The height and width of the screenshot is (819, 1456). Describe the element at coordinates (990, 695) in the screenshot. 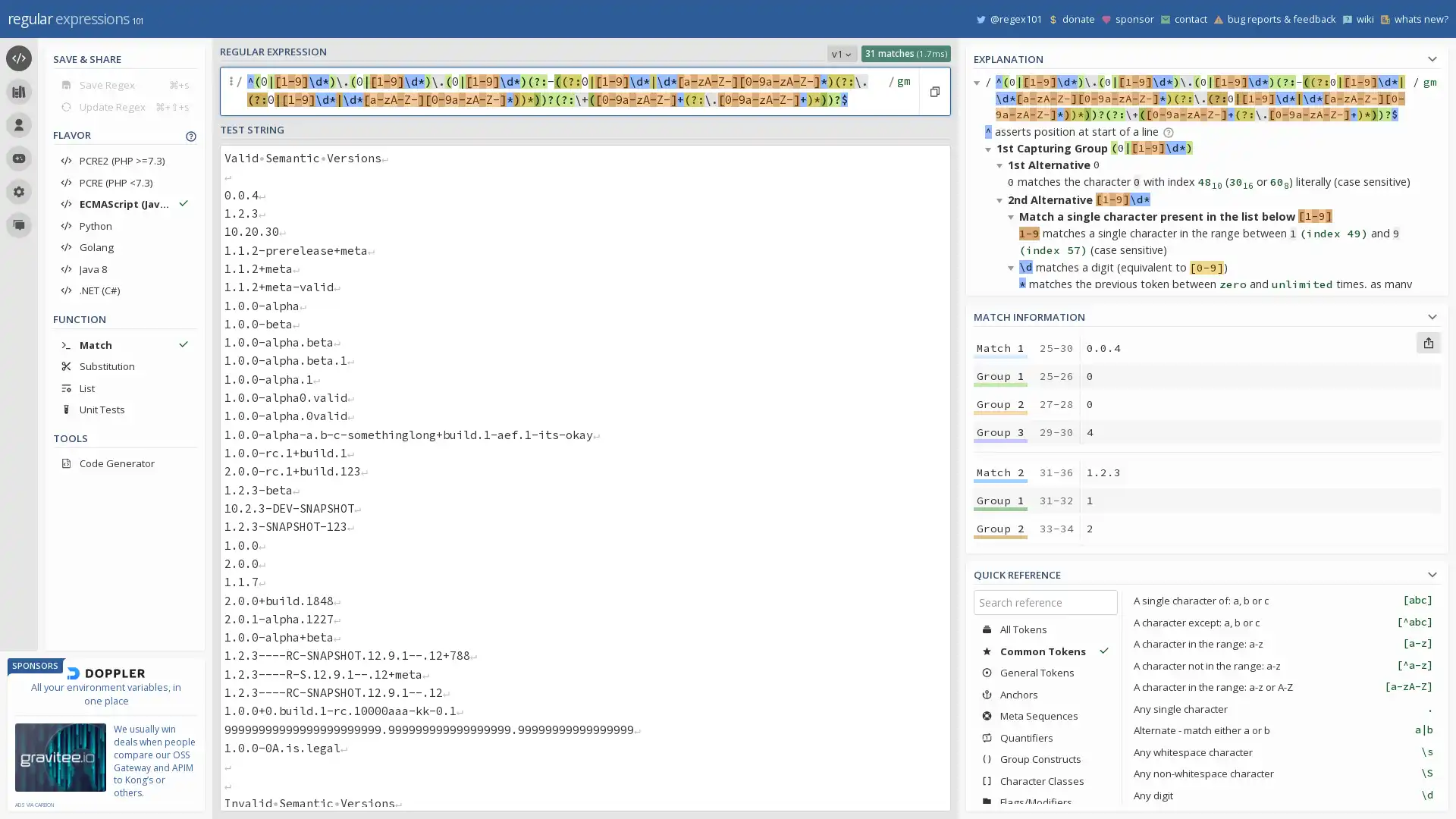

I see `Collapse Subtree` at that location.